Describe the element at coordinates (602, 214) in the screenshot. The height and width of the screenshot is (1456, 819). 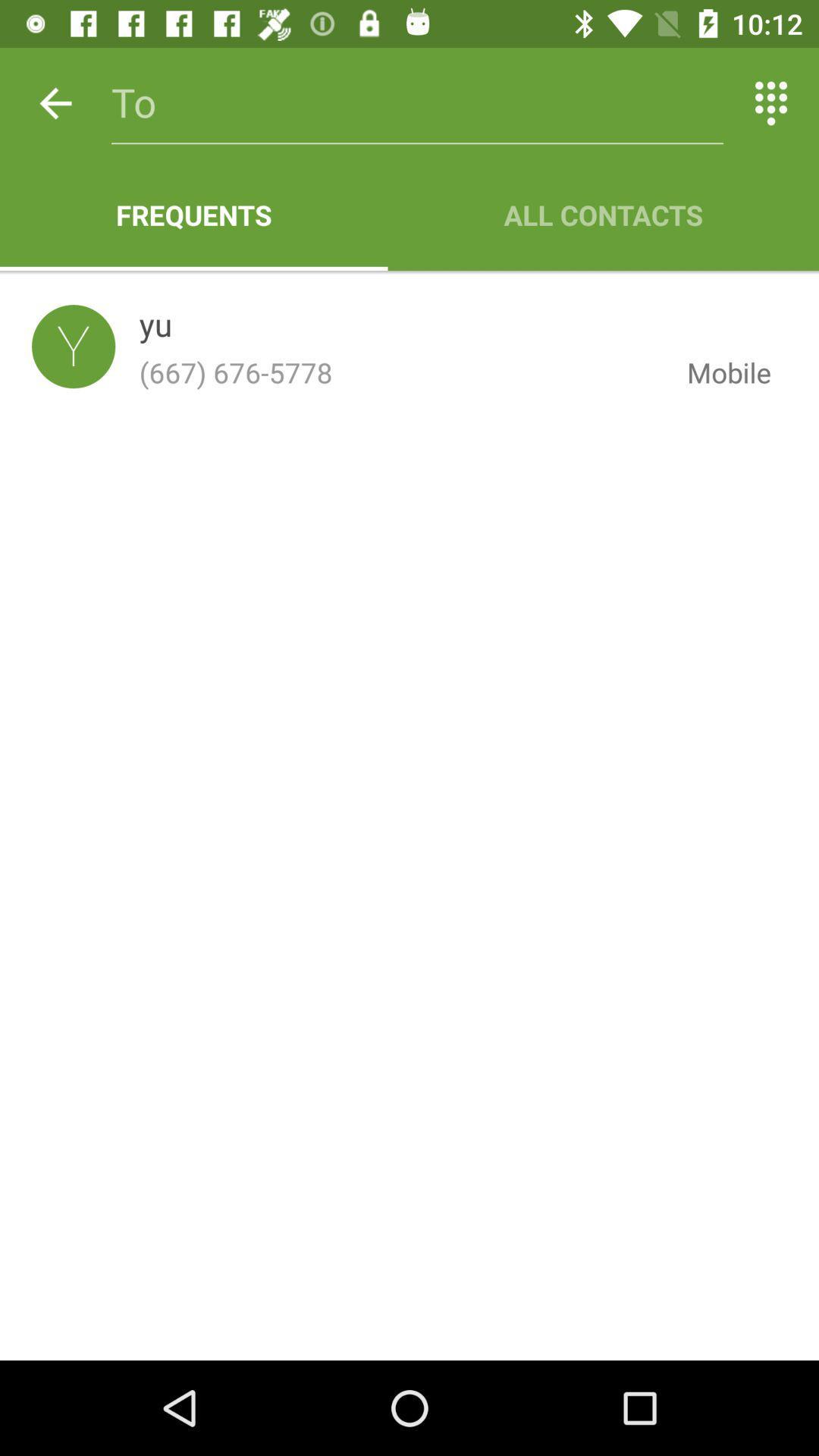
I see `the icon to the right of the frequents item` at that location.